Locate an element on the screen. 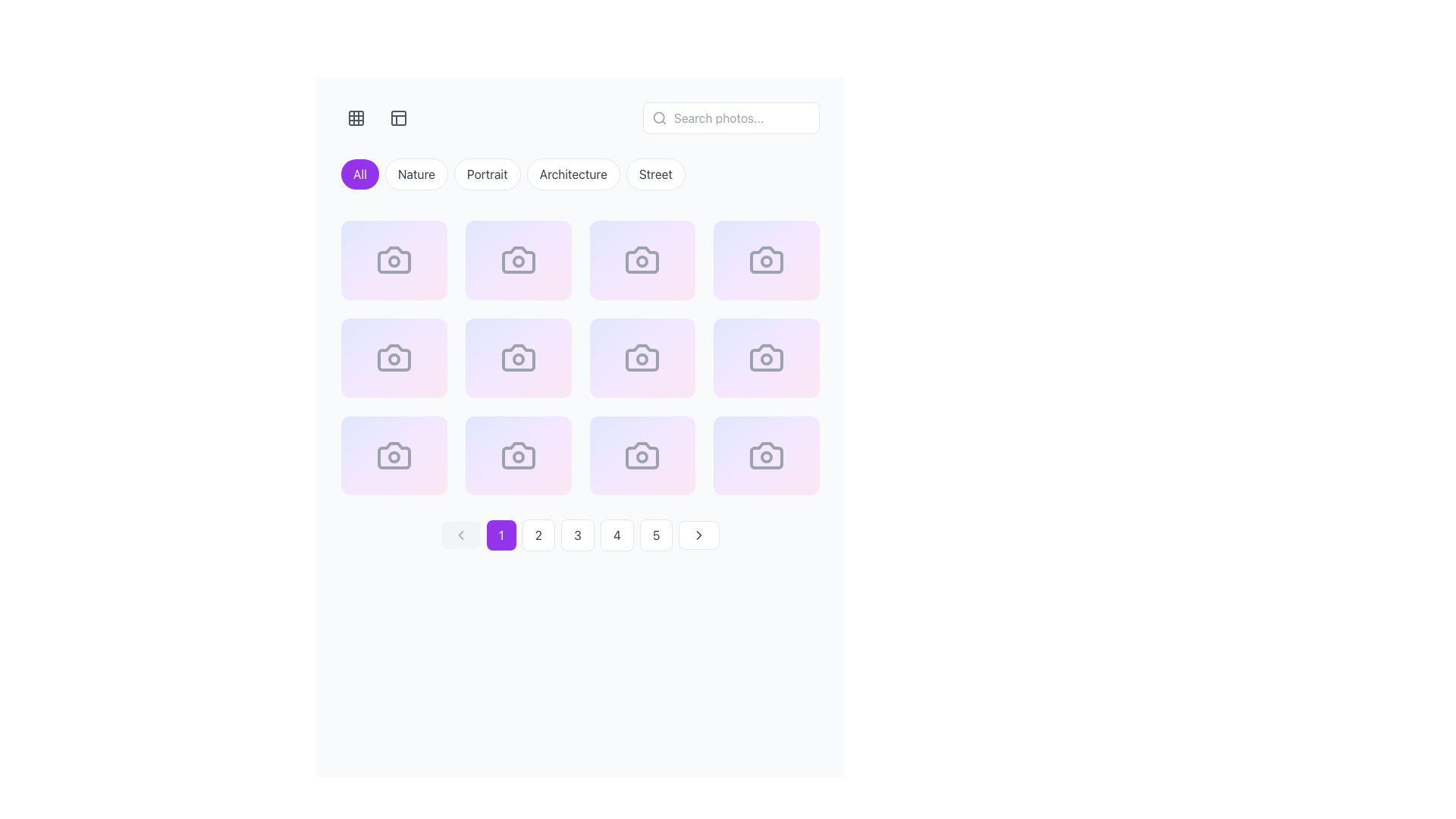 Image resolution: width=1456 pixels, height=819 pixels. the 'share' icon located in the bottom-right corner of the grid item in the middle row and last column of the 4x3 grid layout for accessibility interactions is located at coordinates (773, 372).